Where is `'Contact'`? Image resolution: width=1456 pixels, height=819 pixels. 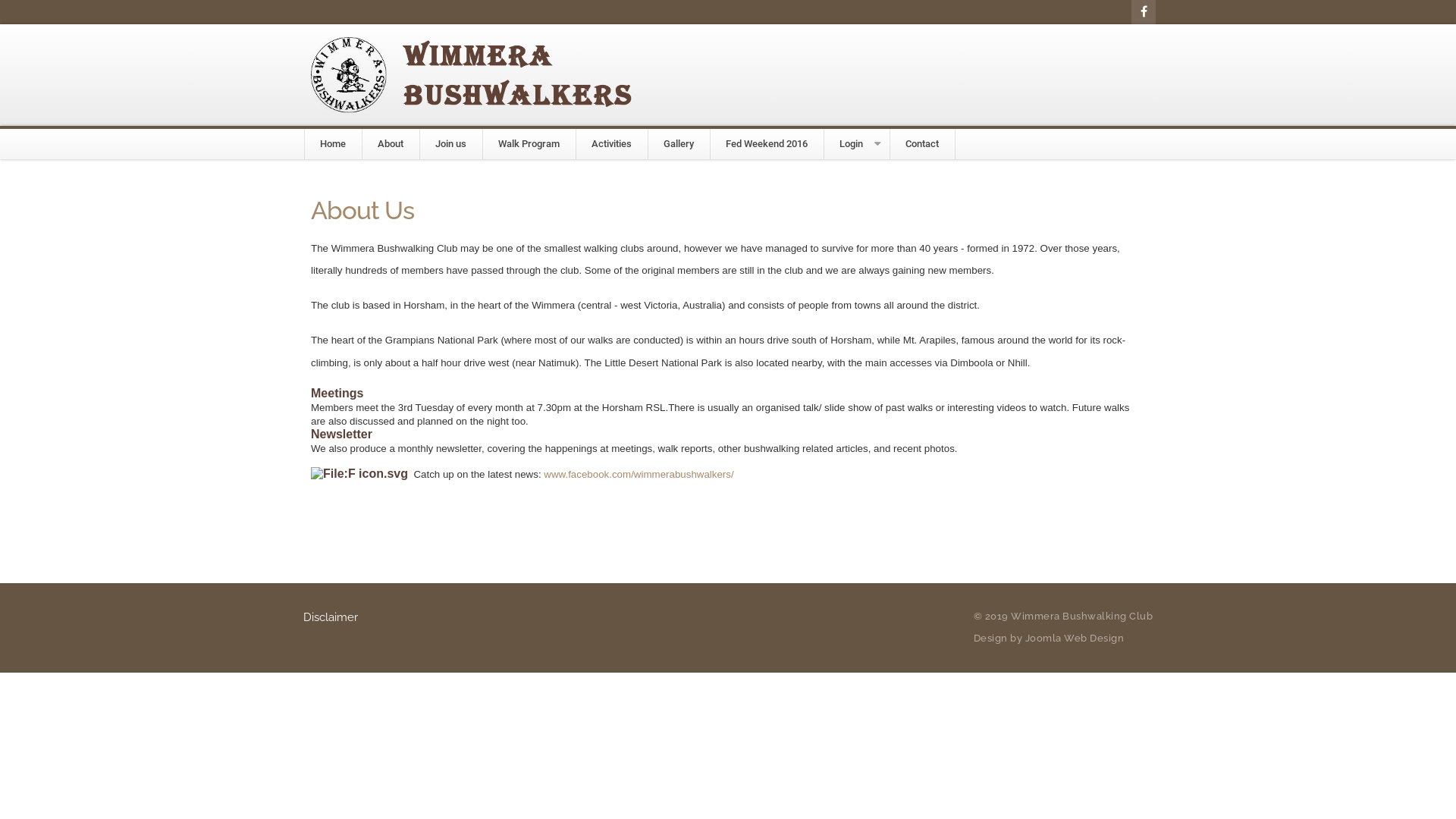
'Contact' is located at coordinates (921, 143).